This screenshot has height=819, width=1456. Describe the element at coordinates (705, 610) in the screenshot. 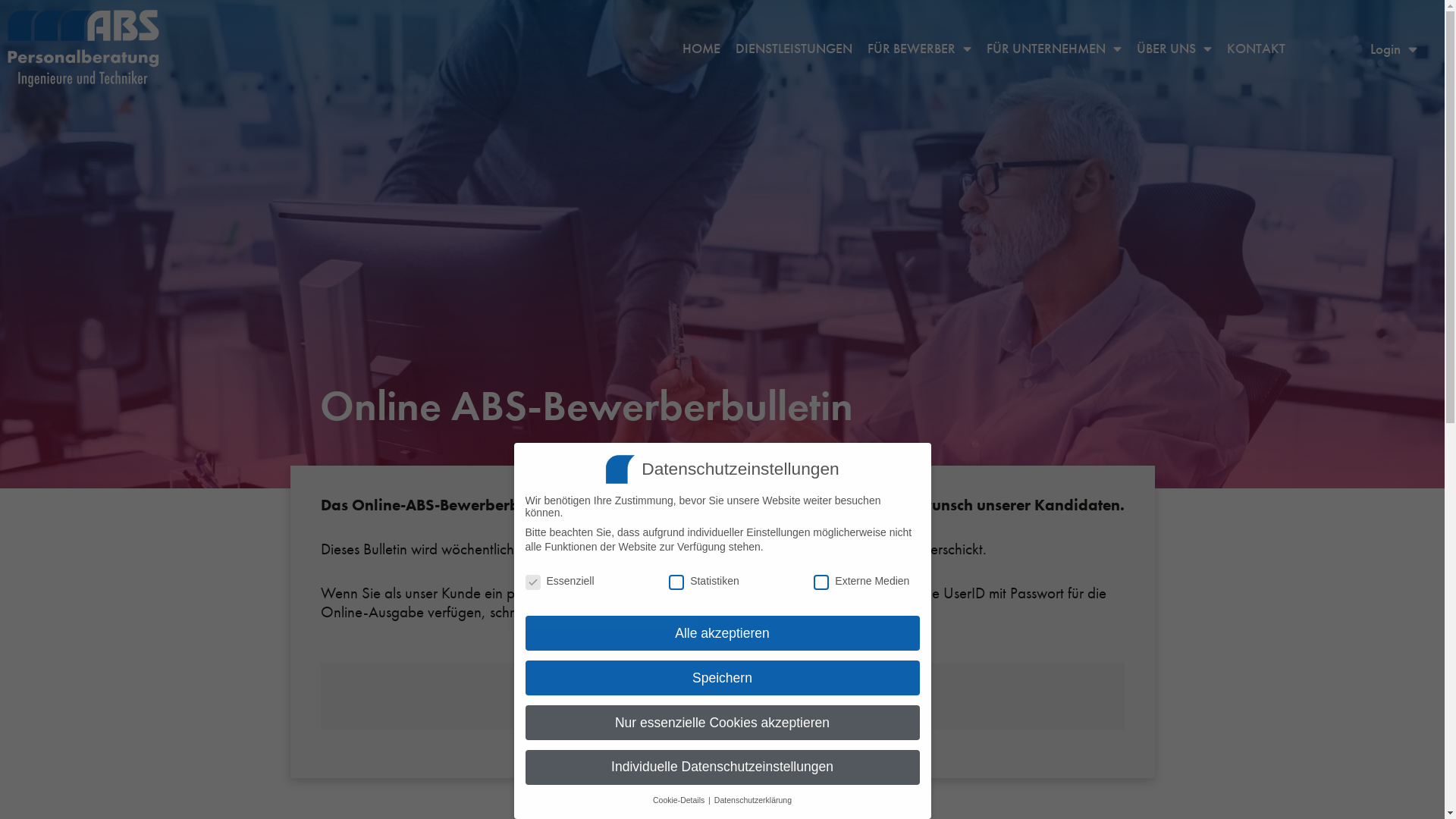

I see `'E-Mail'` at that location.